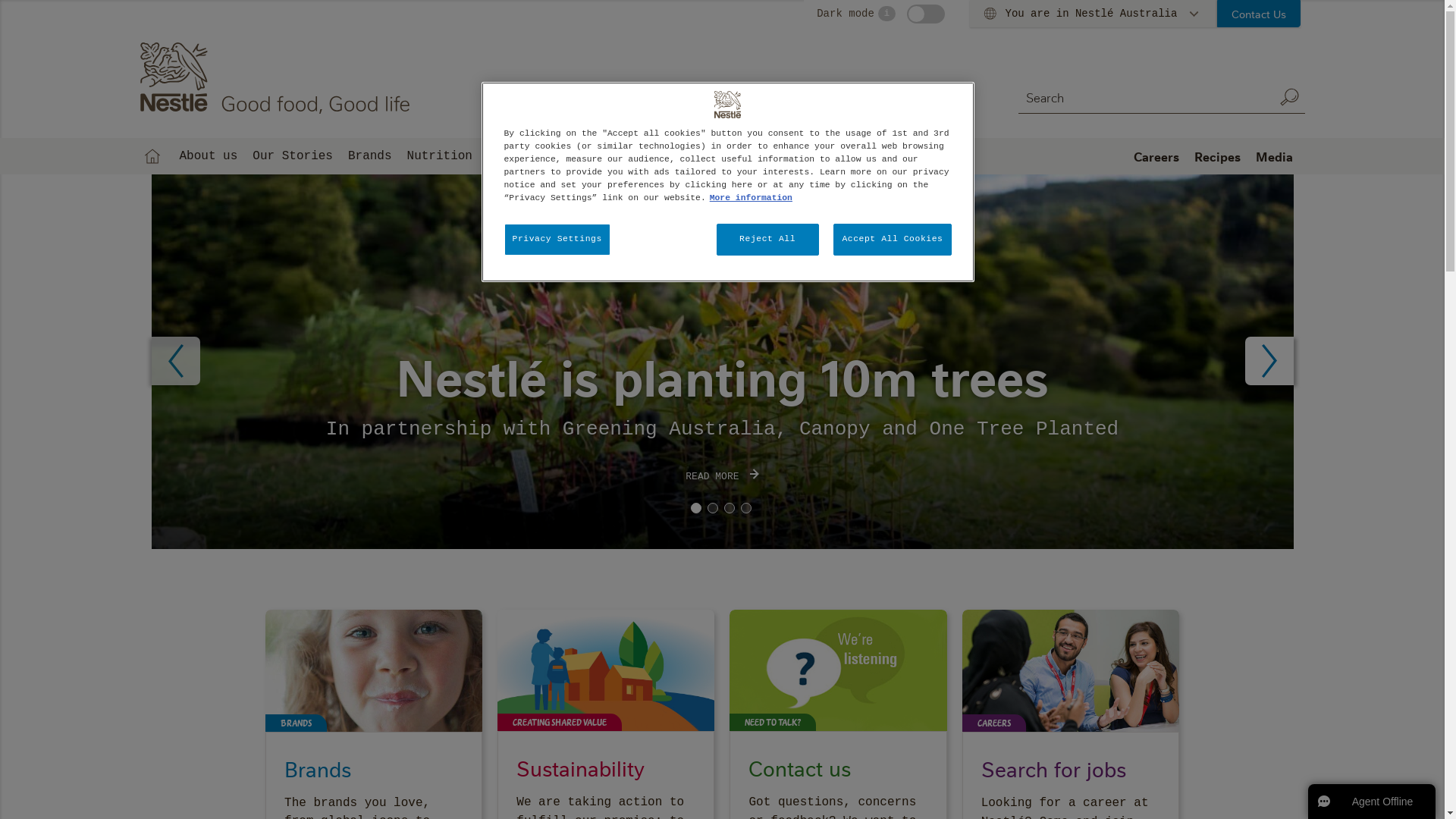 The width and height of the screenshot is (1456, 819). What do you see at coordinates (0, 0) in the screenshot?
I see `'Skip to main content'` at bounding box center [0, 0].